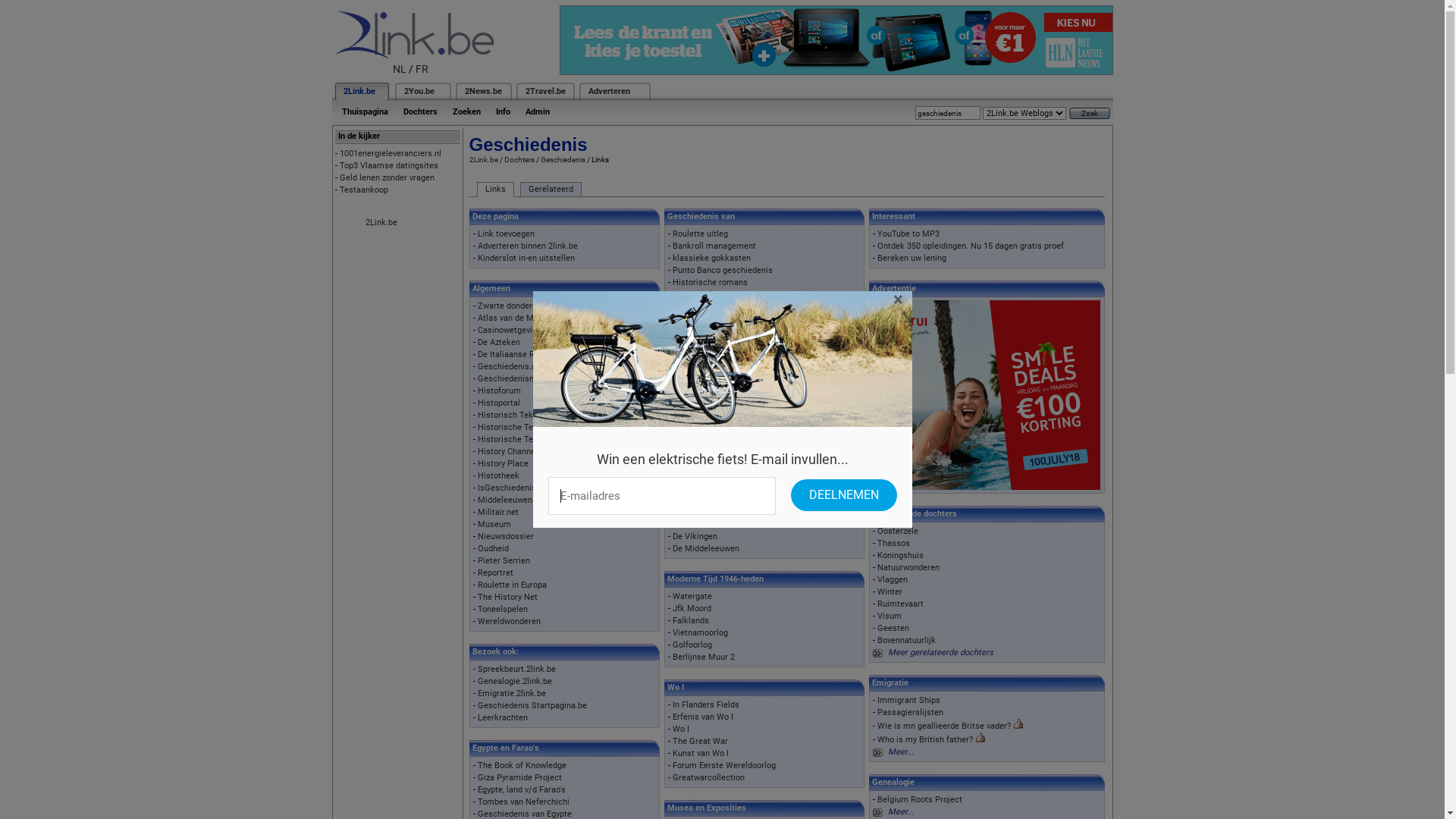 The height and width of the screenshot is (819, 1456). Describe the element at coordinates (691, 607) in the screenshot. I see `'Jfk Moord'` at that location.